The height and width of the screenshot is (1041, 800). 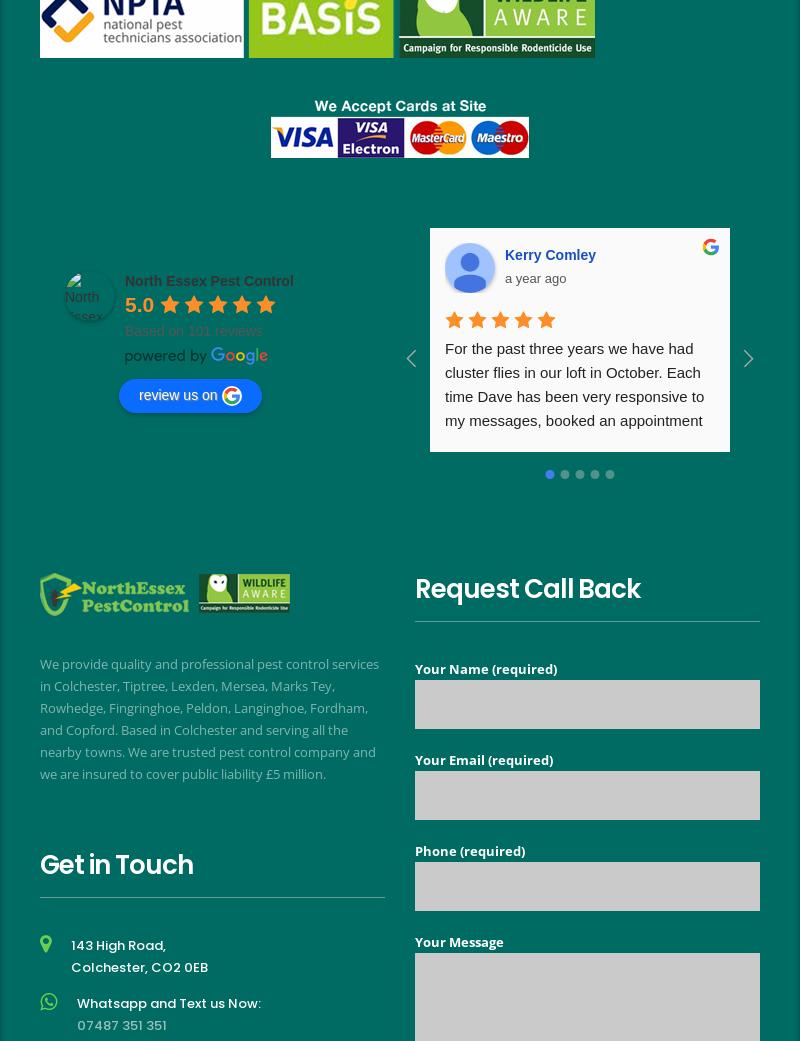 I want to click on 'Colchester, CO2 0EB', so click(x=139, y=966).